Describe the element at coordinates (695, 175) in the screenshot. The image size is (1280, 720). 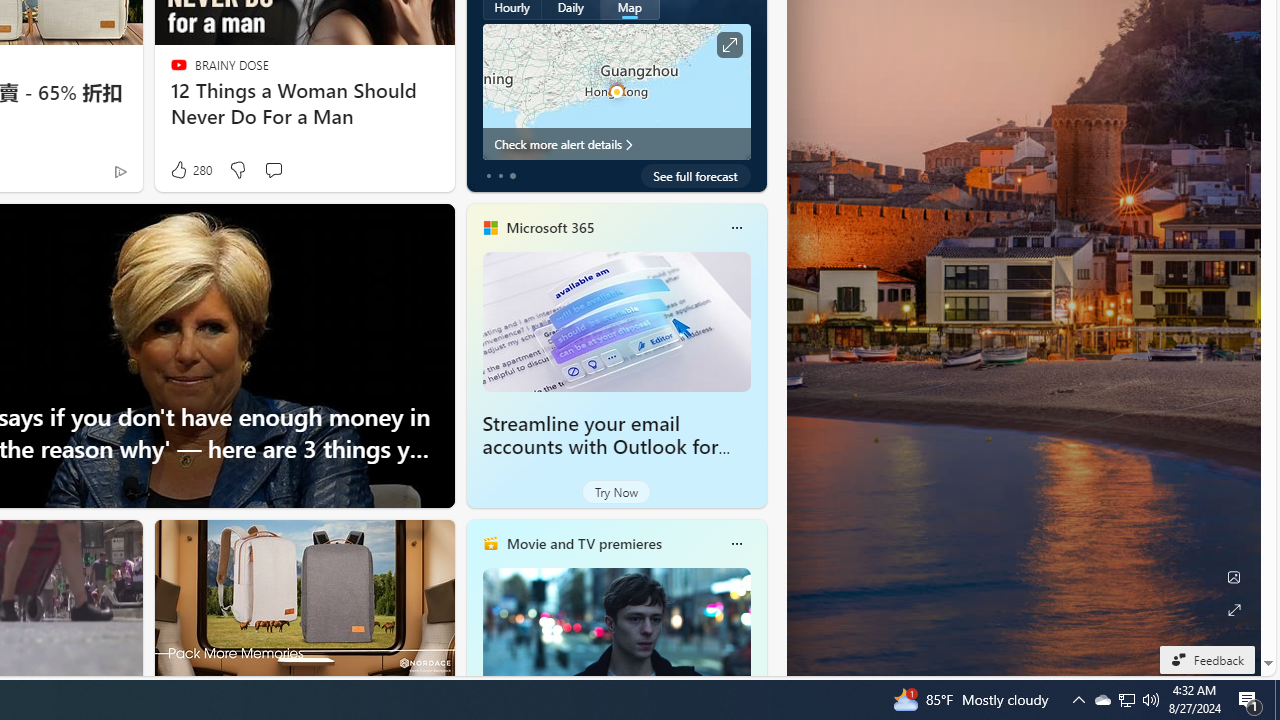
I see `'See full forecast'` at that location.